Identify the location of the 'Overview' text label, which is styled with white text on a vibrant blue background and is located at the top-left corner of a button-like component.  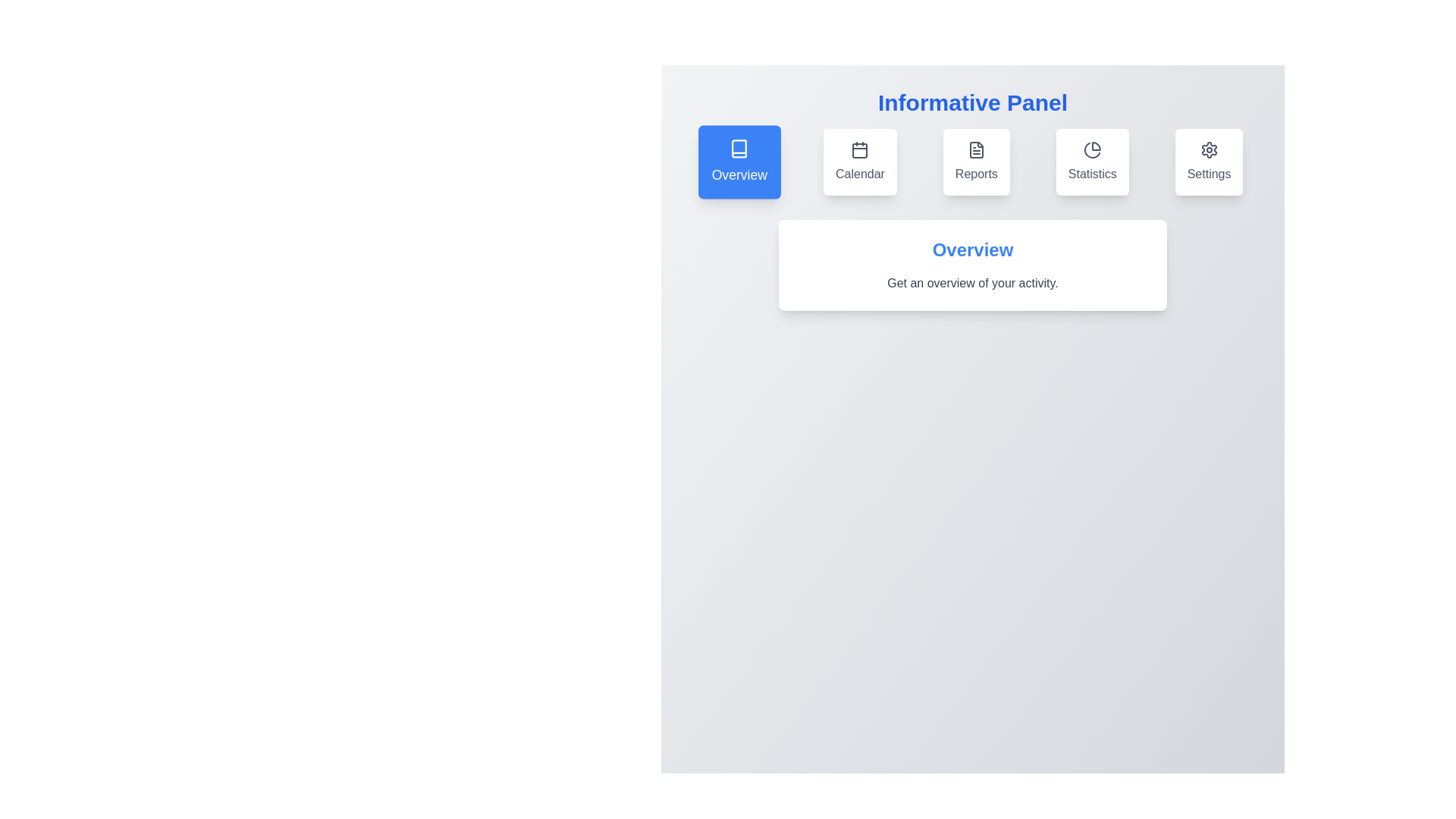
(739, 174).